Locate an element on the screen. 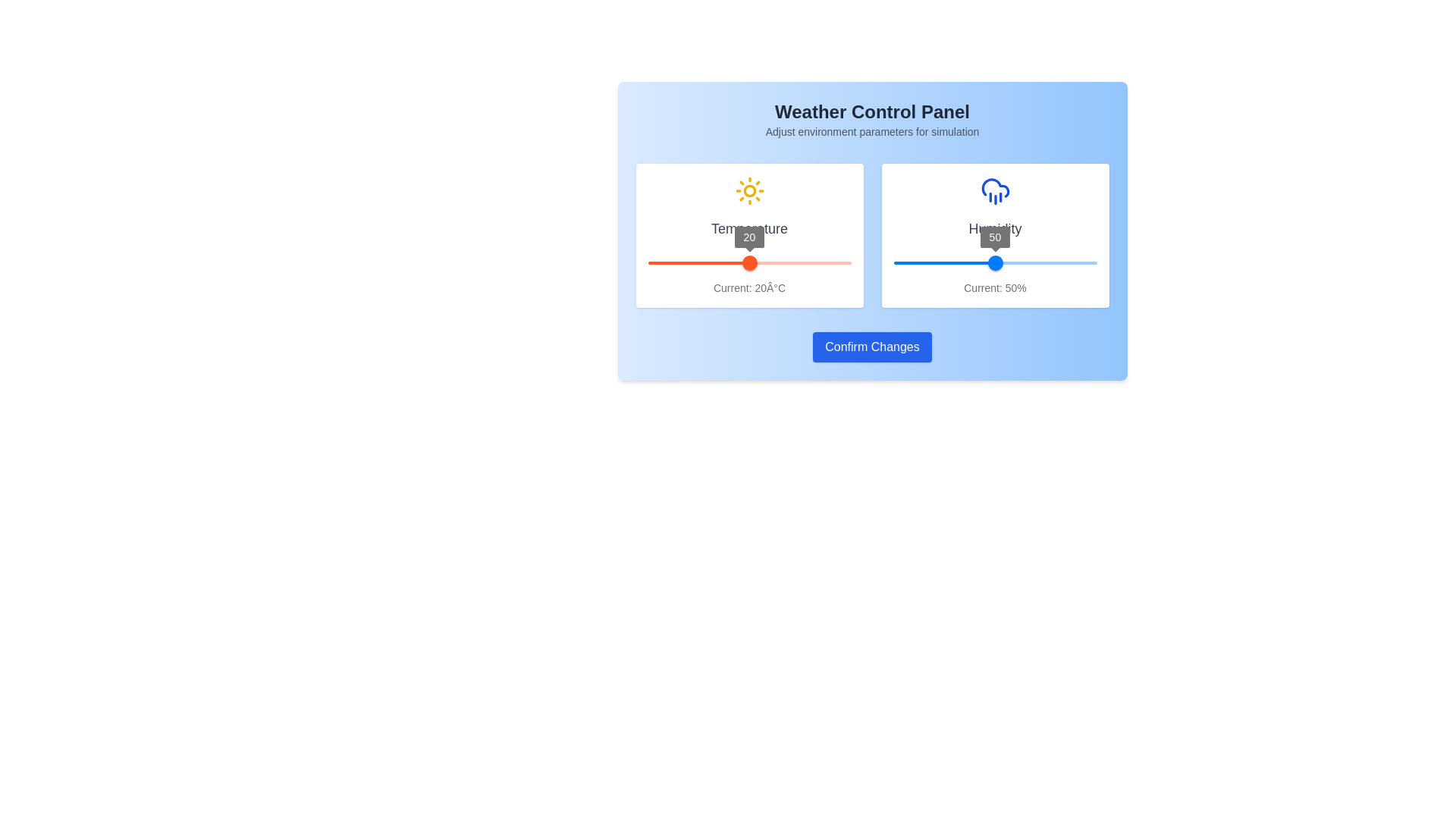 The width and height of the screenshot is (1456, 819). text label displaying 'Current: 50%' which indicates the current humidity level, located below the humidity slider is located at coordinates (995, 288).